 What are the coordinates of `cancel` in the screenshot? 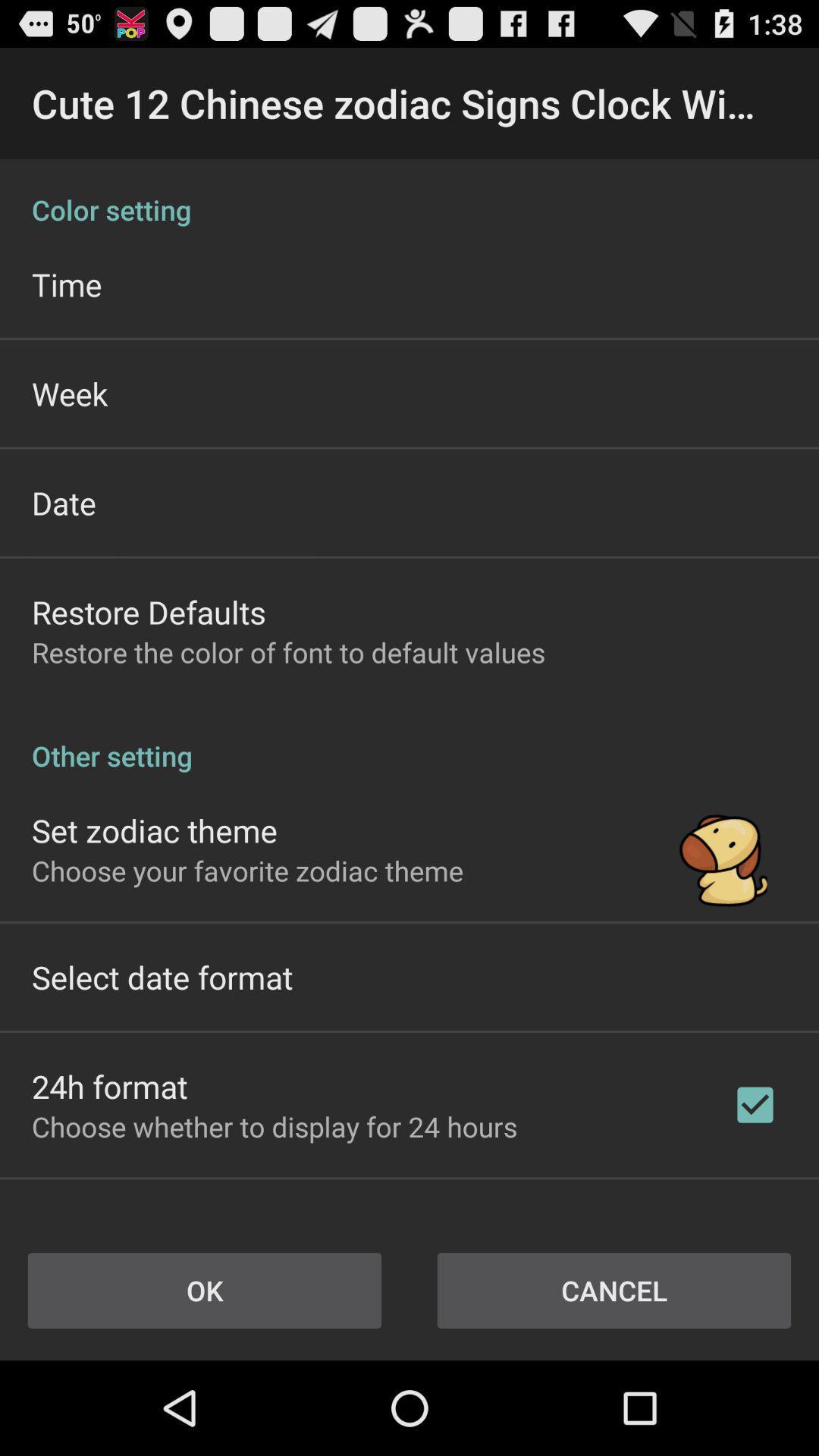 It's located at (614, 1290).